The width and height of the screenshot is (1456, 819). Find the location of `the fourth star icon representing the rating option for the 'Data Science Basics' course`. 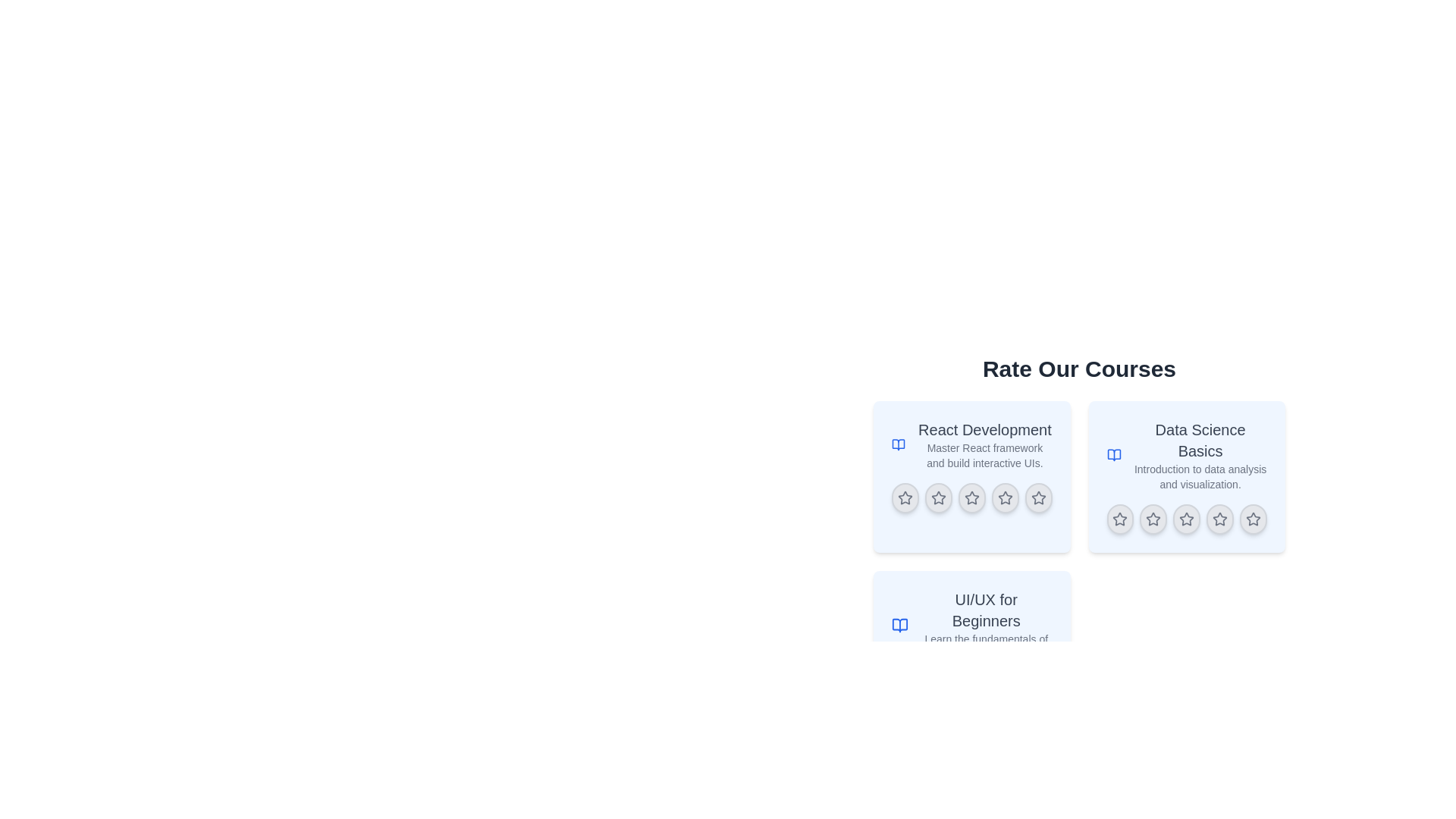

the fourth star icon representing the rating option for the 'Data Science Basics' course is located at coordinates (1186, 518).